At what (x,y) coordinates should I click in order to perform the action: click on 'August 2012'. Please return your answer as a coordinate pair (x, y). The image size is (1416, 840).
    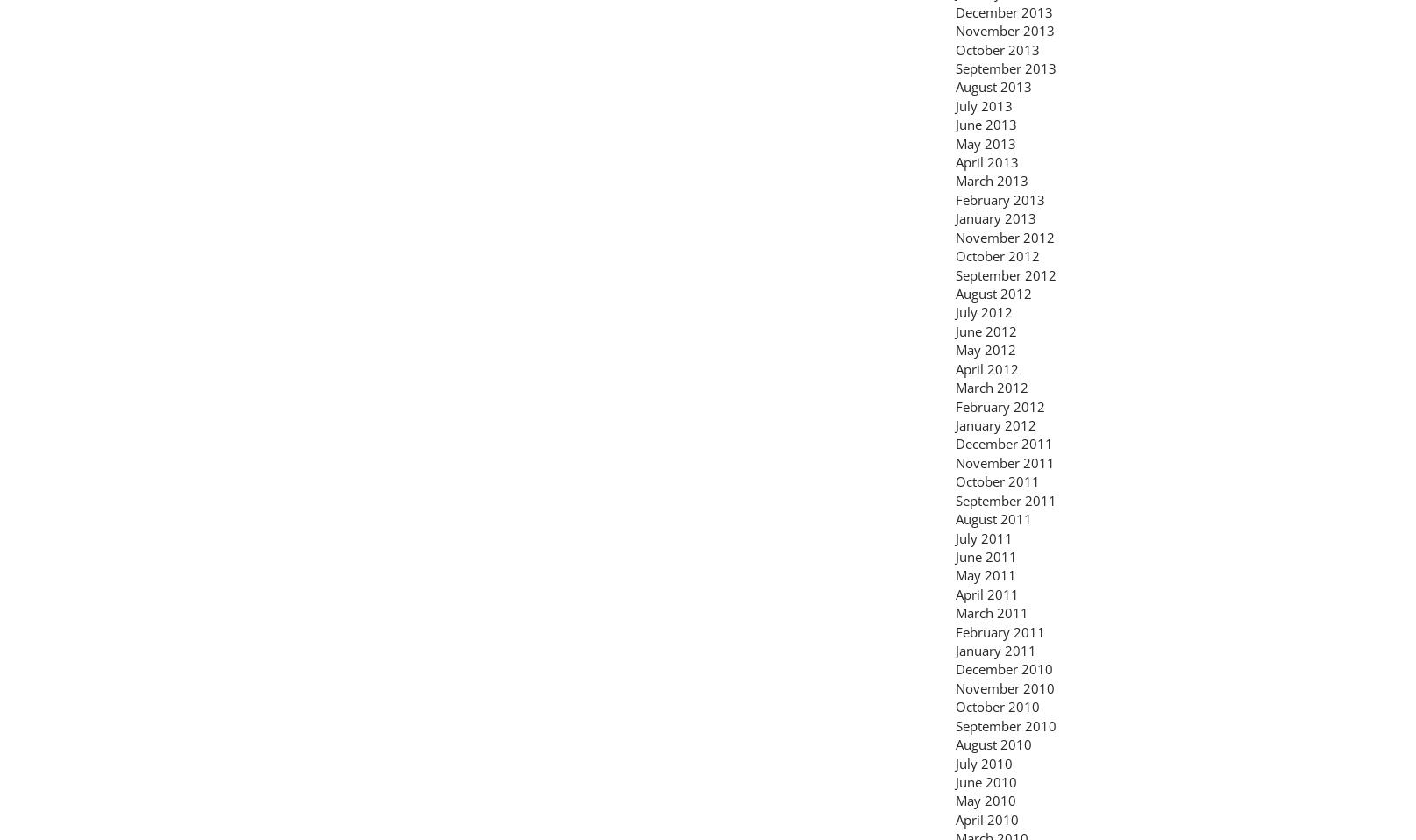
    Looking at the image, I should click on (993, 293).